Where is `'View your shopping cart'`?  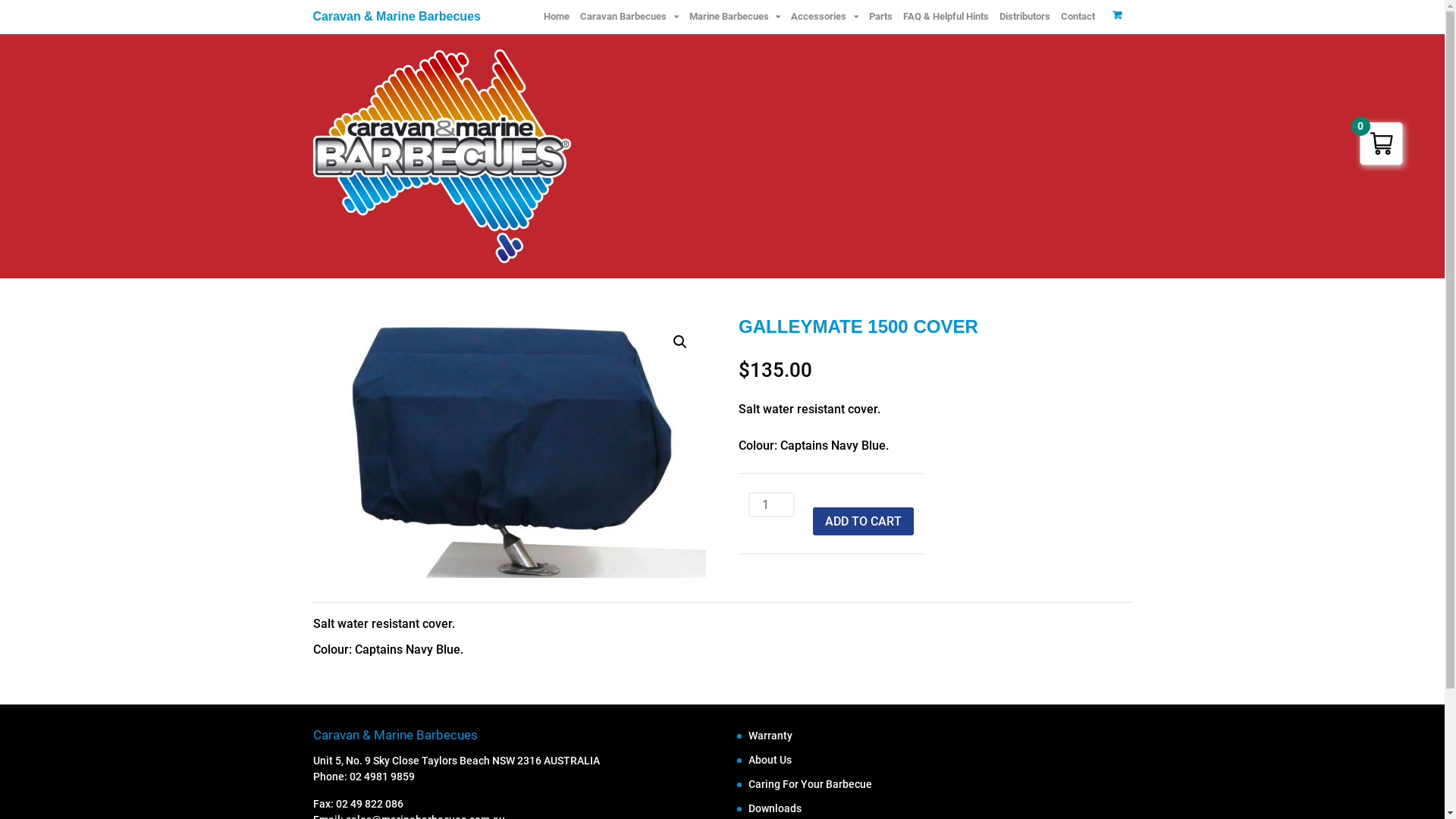 'View your shopping cart' is located at coordinates (1117, 14).